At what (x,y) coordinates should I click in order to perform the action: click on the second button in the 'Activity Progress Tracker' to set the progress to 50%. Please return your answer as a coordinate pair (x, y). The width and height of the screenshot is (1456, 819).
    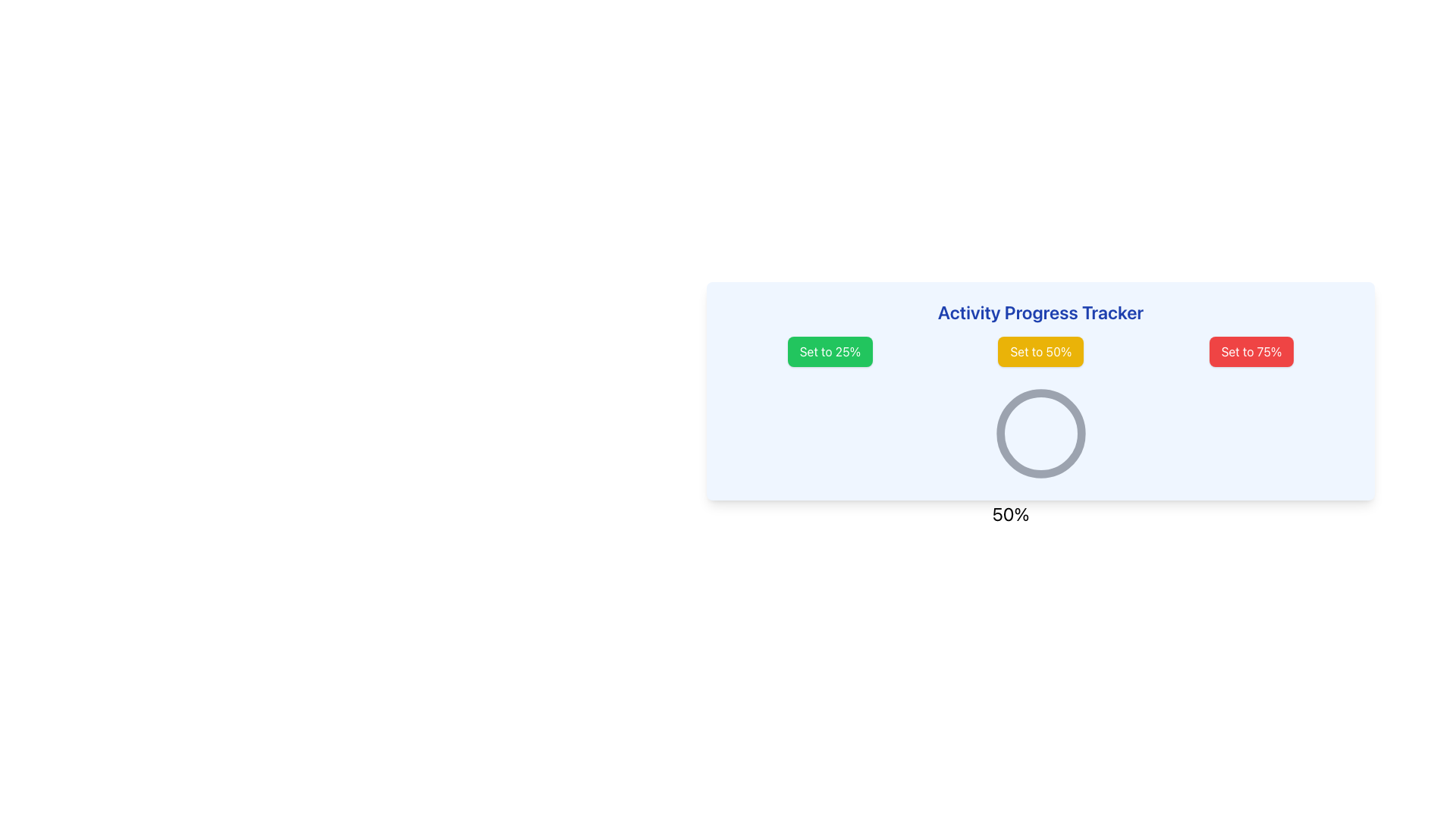
    Looking at the image, I should click on (1040, 351).